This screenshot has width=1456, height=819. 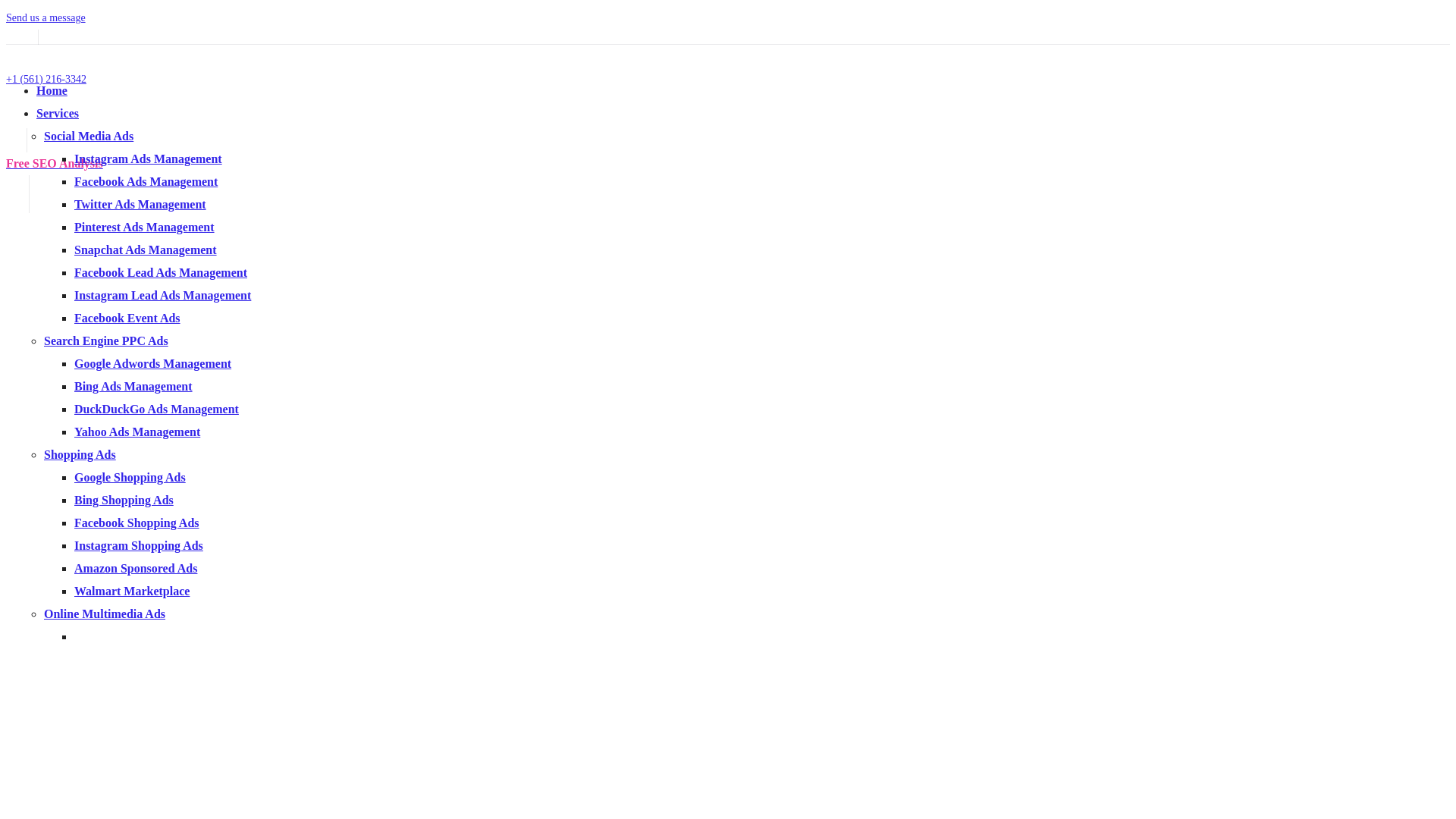 What do you see at coordinates (152, 363) in the screenshot?
I see `'Google Adwords Management'` at bounding box center [152, 363].